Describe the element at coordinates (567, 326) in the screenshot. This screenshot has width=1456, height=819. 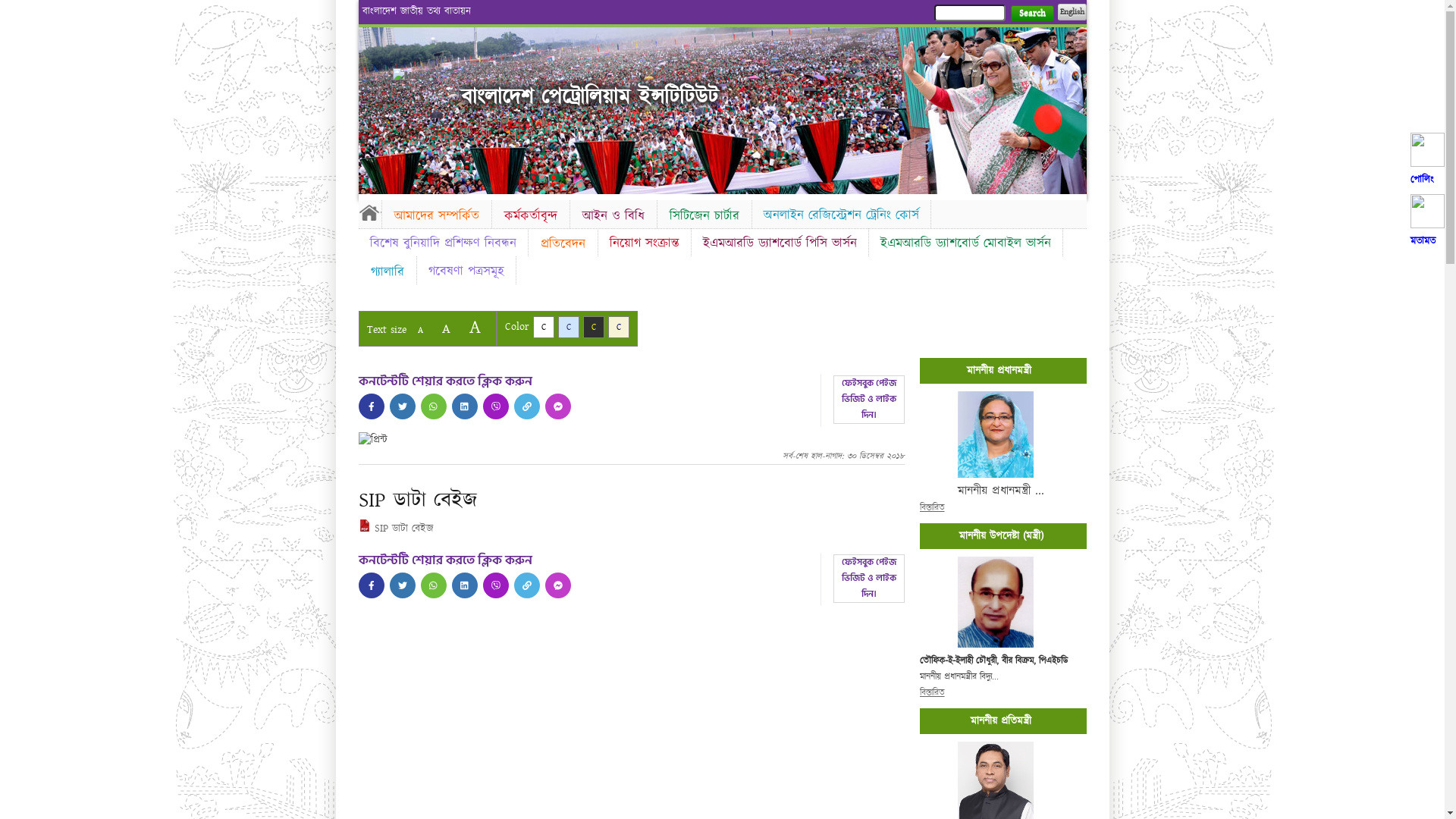
I see `'C'` at that location.